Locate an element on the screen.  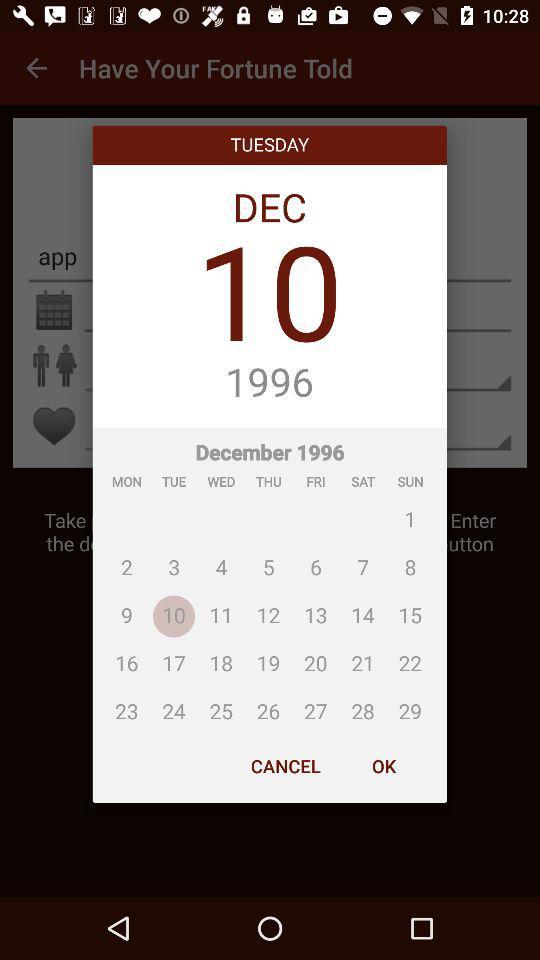
1996 icon is located at coordinates (269, 382).